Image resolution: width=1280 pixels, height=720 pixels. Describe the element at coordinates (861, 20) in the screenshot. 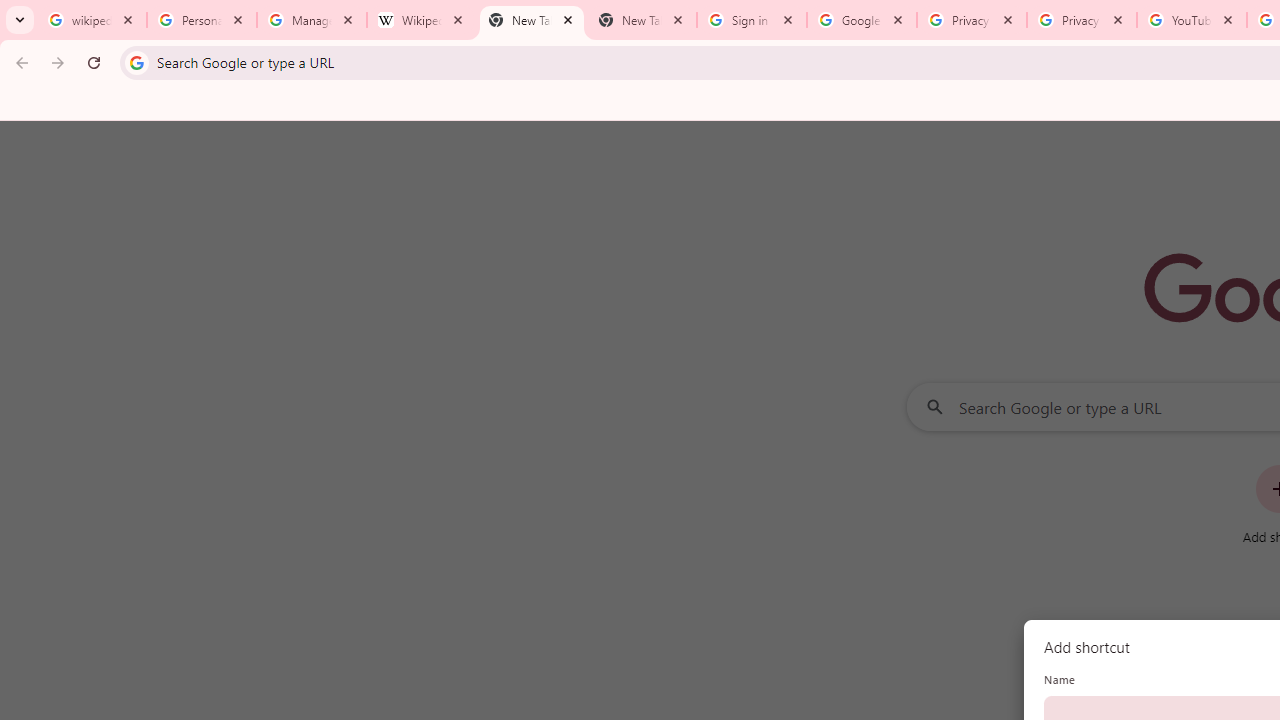

I see `'Google Drive: Sign-in'` at that location.